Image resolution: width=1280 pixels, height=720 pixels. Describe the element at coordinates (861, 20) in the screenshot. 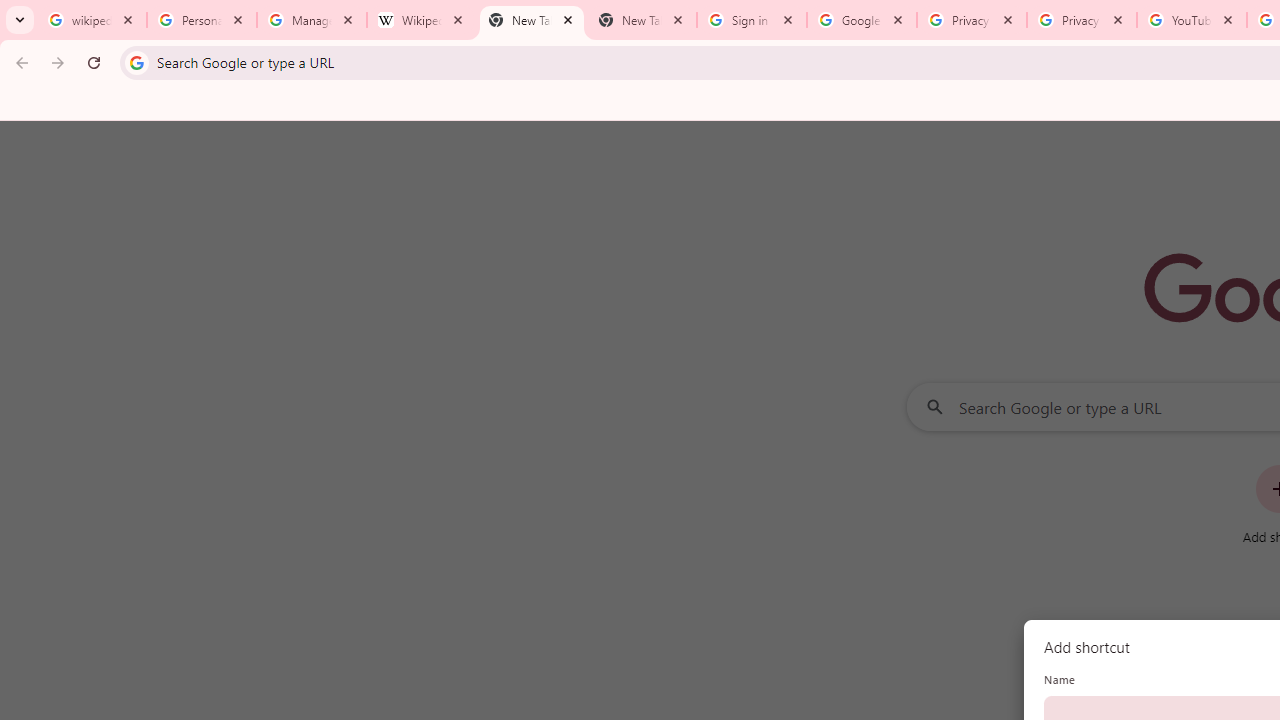

I see `'Google Drive: Sign-in'` at that location.